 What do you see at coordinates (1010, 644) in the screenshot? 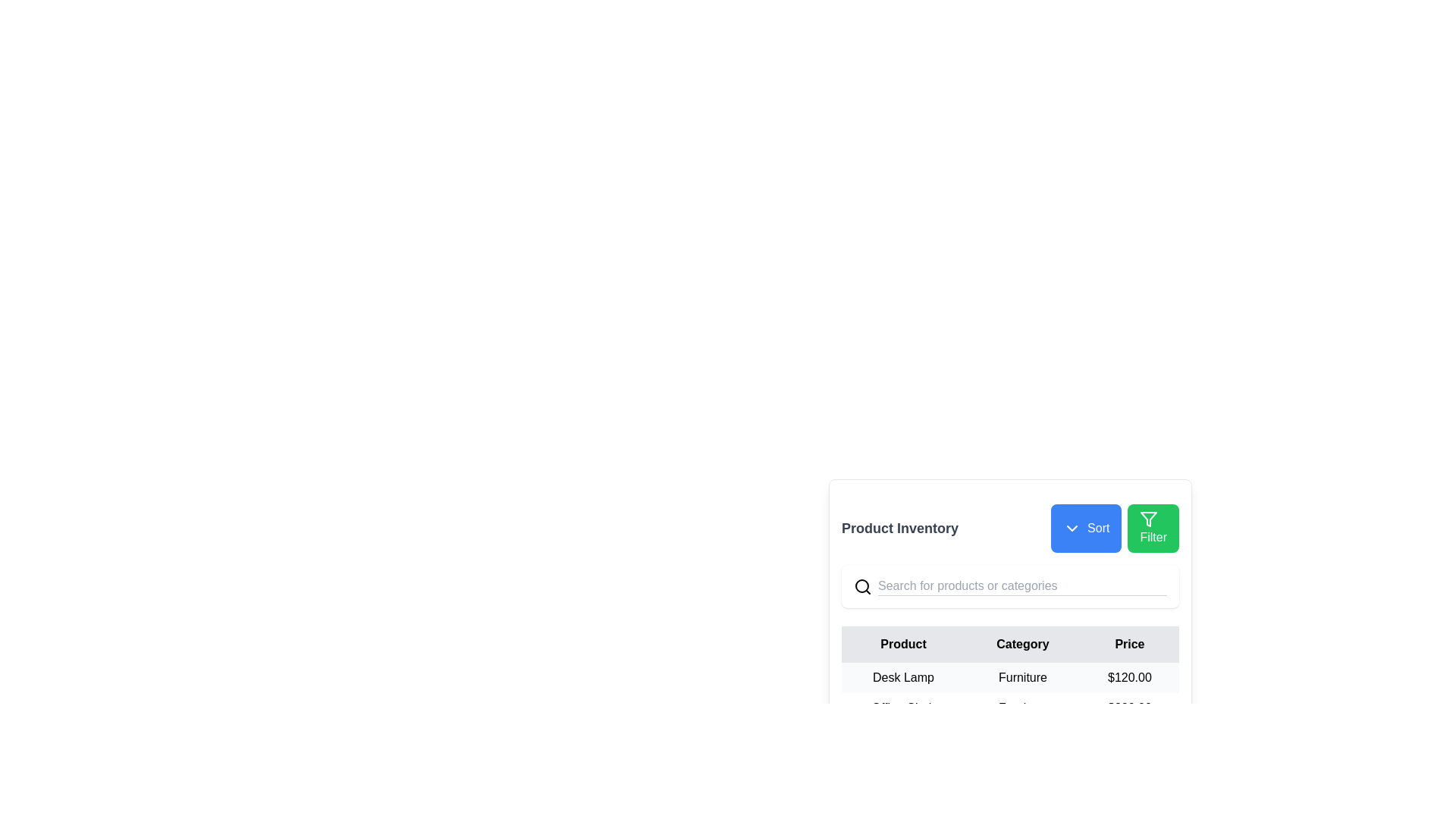
I see `the Table Header Row that labels the three columns for product details, categories, and prices, located directly below the search bar` at bounding box center [1010, 644].